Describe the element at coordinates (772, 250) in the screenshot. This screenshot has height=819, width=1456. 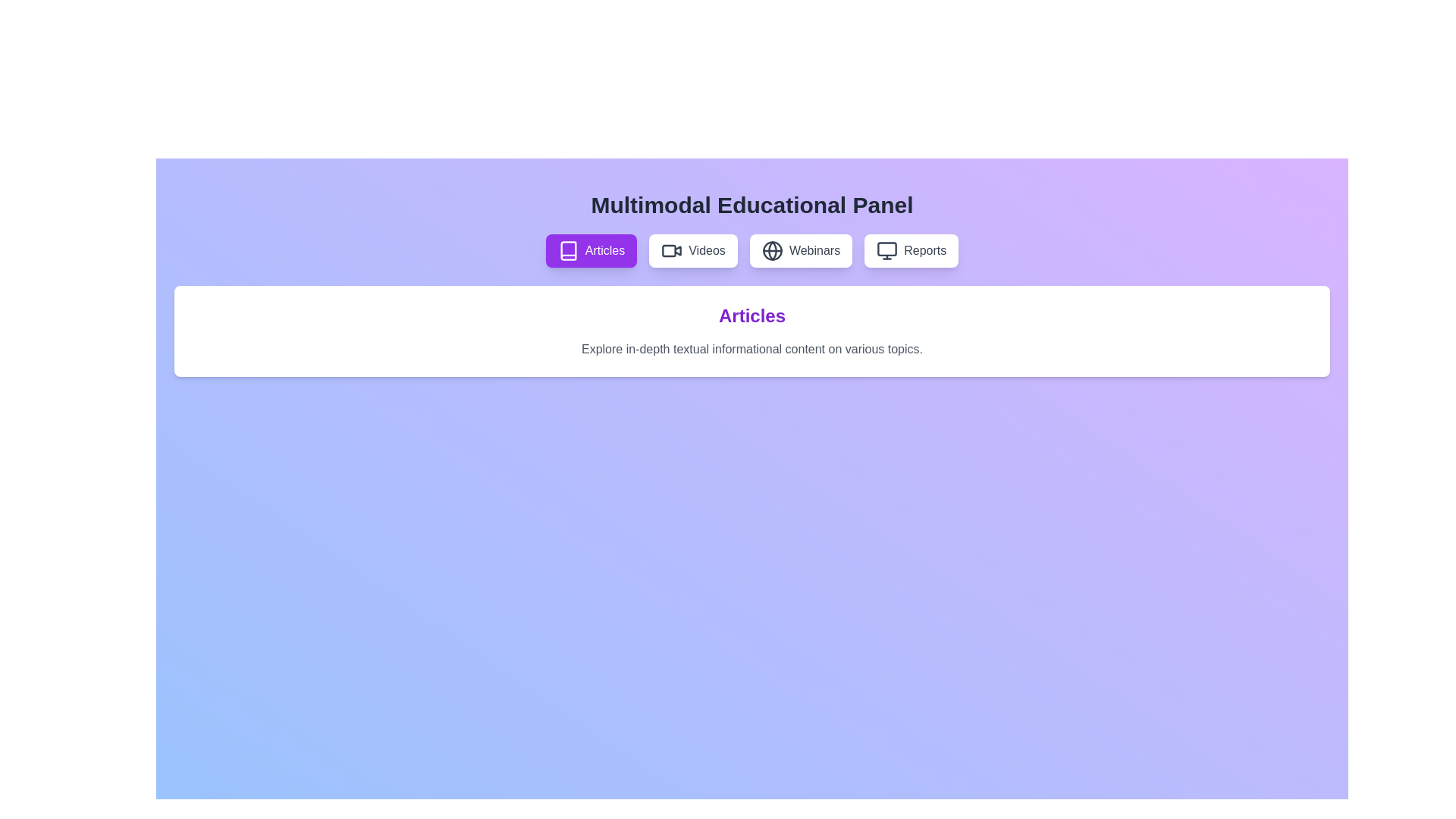
I see `the 'Webinars' button, which is the third button in a horizontal row of four buttons, located at the top center of the interface. This button features a globe icon on the left side, styled with a thin, rounded outline and a monochromatic color scheme` at that location.